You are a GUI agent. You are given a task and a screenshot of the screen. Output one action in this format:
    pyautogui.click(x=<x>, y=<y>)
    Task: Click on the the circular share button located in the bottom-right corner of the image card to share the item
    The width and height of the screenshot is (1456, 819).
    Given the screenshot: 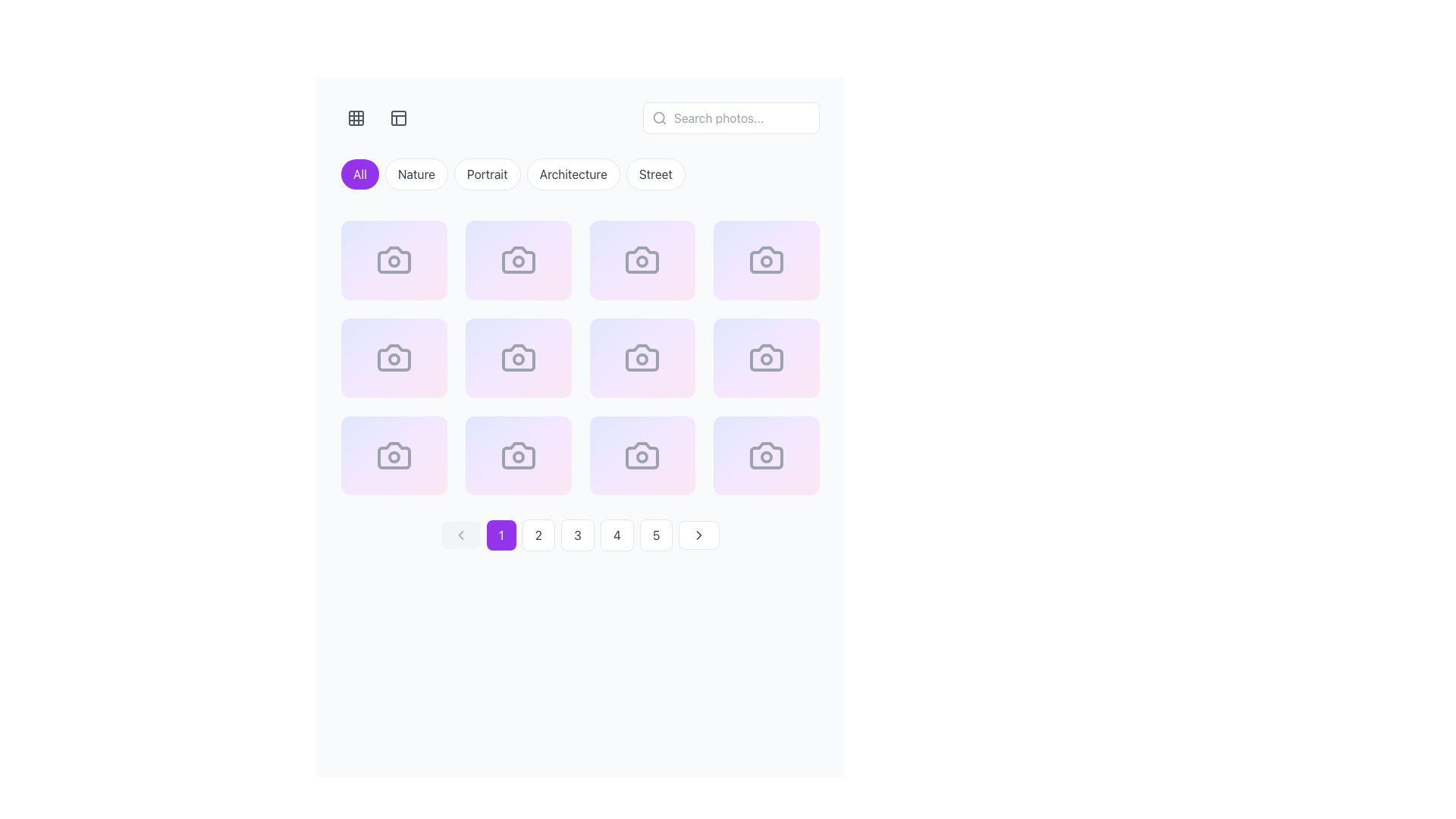 What is the action you would take?
    pyautogui.click(x=773, y=469)
    